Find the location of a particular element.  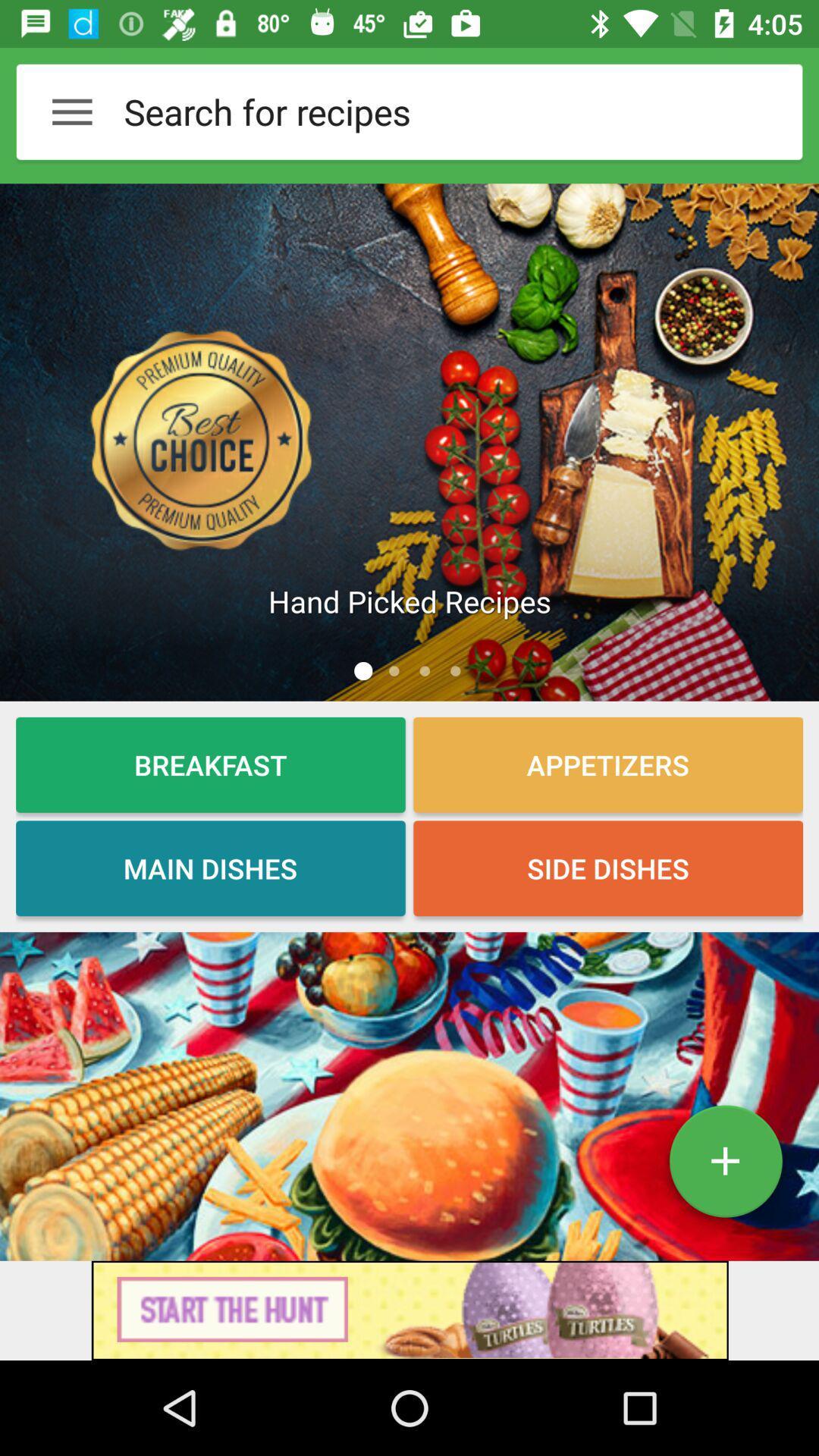

expand details is located at coordinates (724, 1166).